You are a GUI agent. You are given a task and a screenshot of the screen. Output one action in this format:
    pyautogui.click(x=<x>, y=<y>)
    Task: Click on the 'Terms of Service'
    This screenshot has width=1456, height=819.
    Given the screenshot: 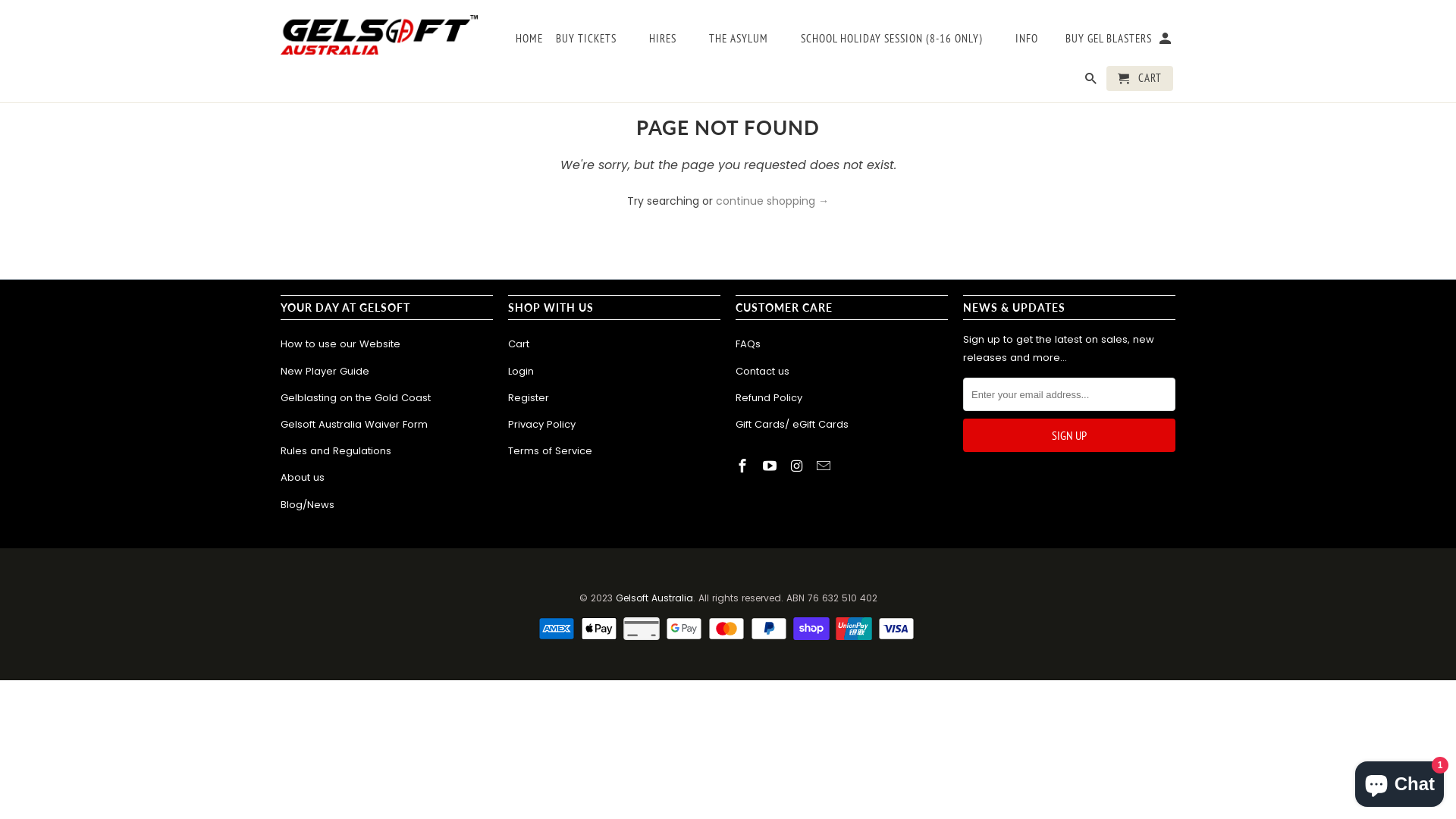 What is the action you would take?
    pyautogui.click(x=549, y=450)
    